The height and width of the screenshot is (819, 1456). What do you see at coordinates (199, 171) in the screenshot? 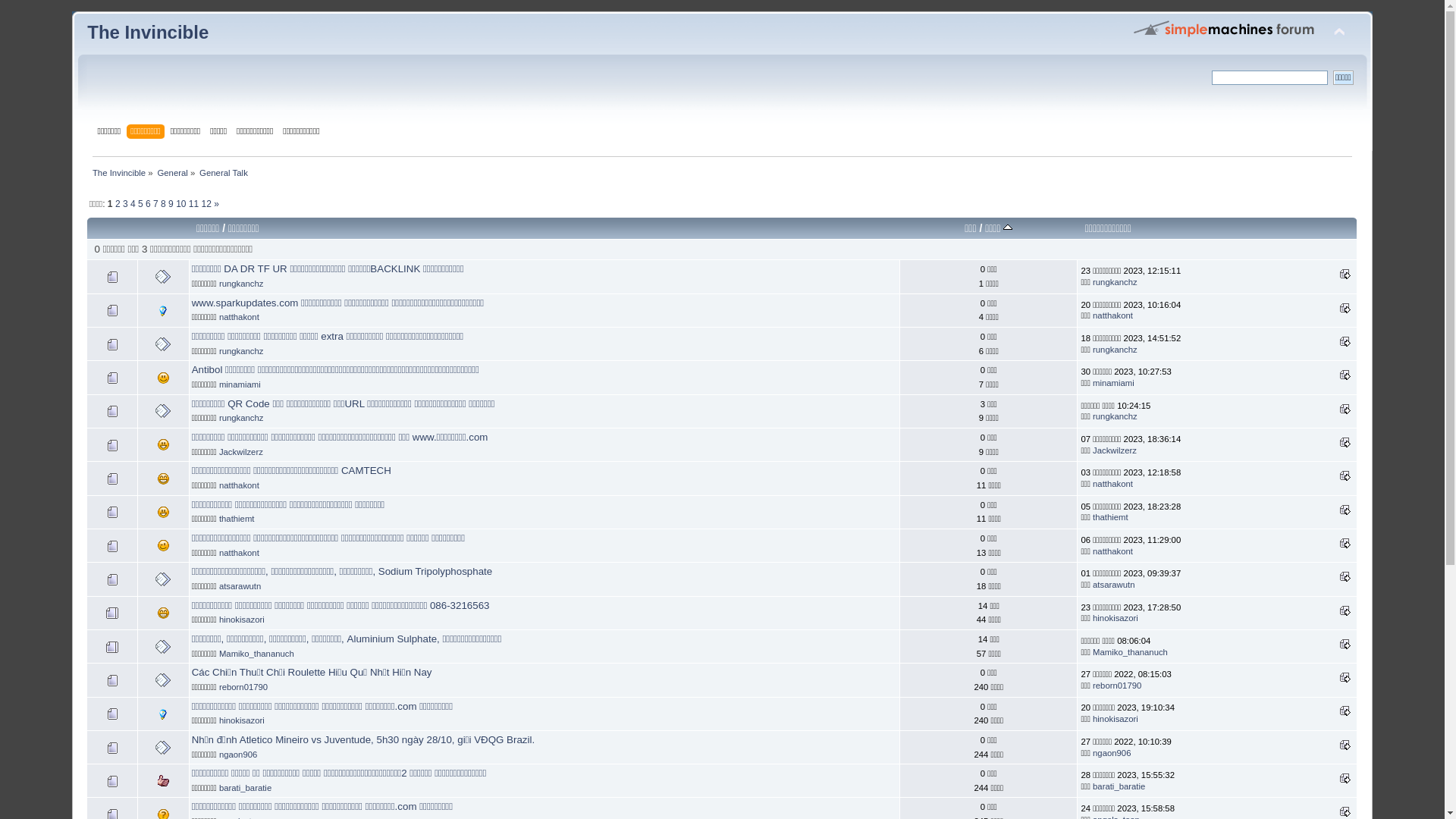
I see `'General Talk'` at bounding box center [199, 171].